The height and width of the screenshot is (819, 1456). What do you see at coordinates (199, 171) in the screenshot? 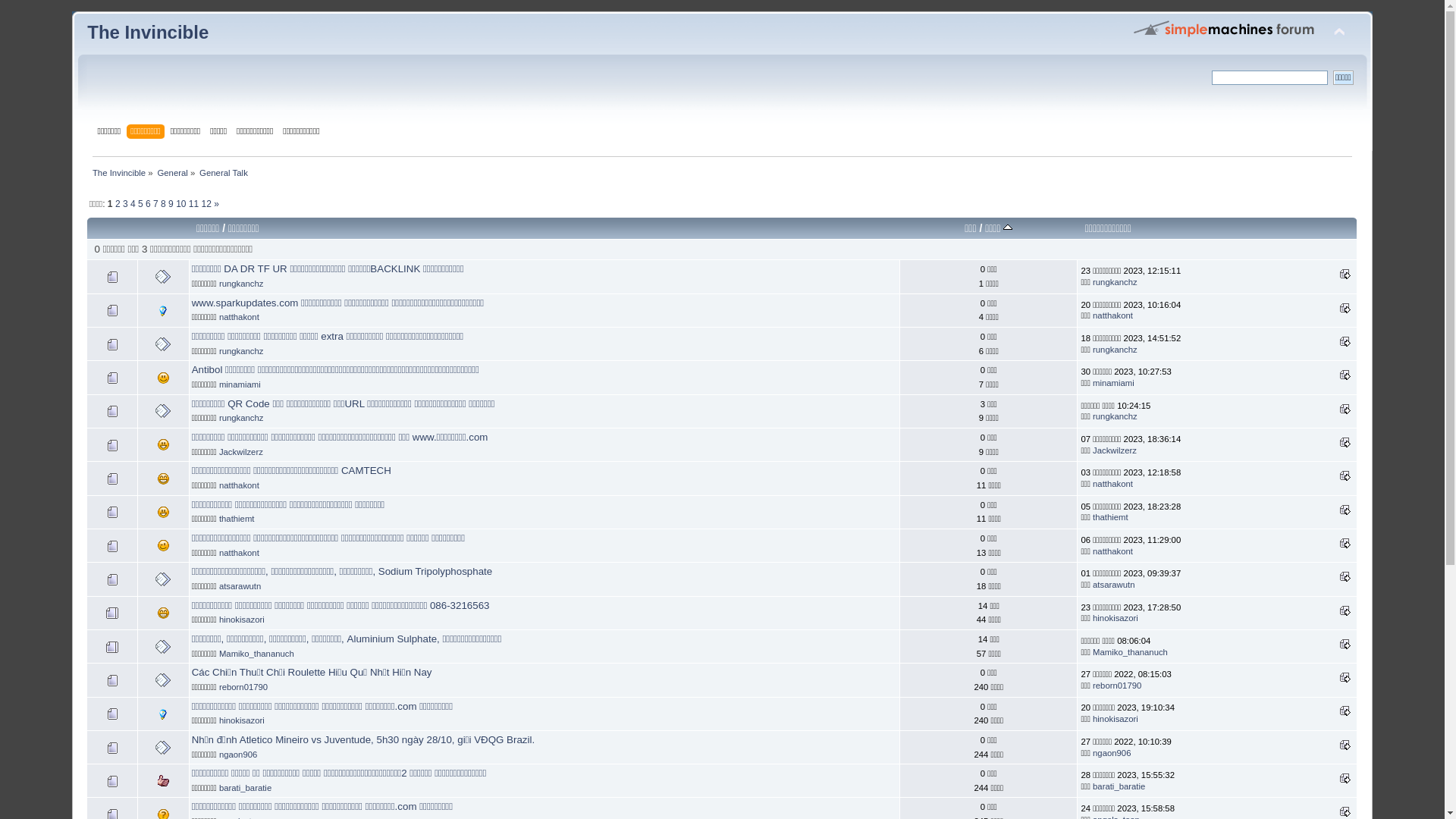
I see `'General Talk'` at bounding box center [199, 171].